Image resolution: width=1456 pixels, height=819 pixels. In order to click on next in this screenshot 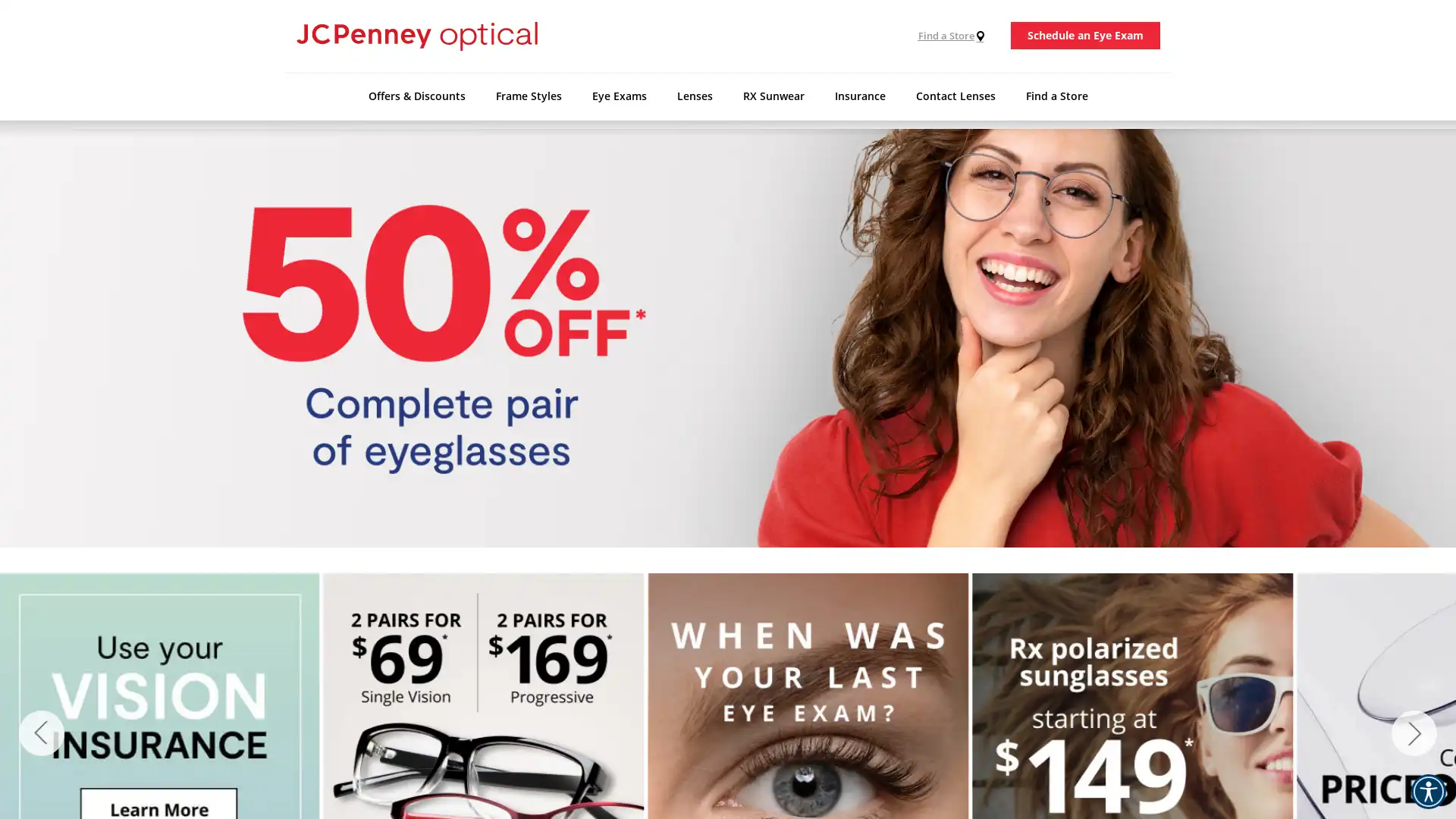, I will do `click(1414, 733)`.